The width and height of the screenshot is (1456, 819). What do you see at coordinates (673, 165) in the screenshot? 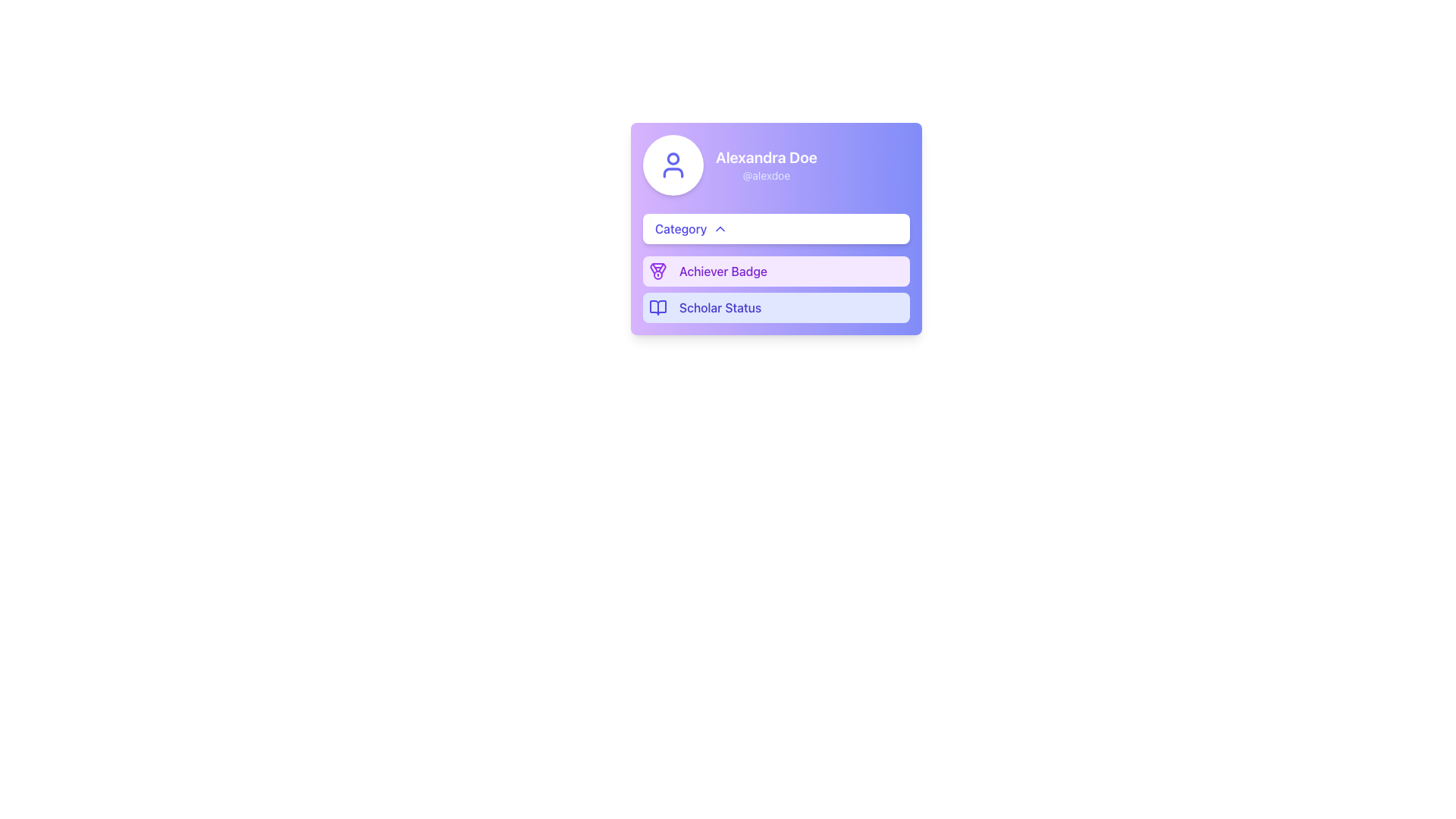
I see `SVG graphic representing the user icon, which features a 2px indigo stroke line and is contained within a circular badge, located at the top left of a card-like interface` at bounding box center [673, 165].